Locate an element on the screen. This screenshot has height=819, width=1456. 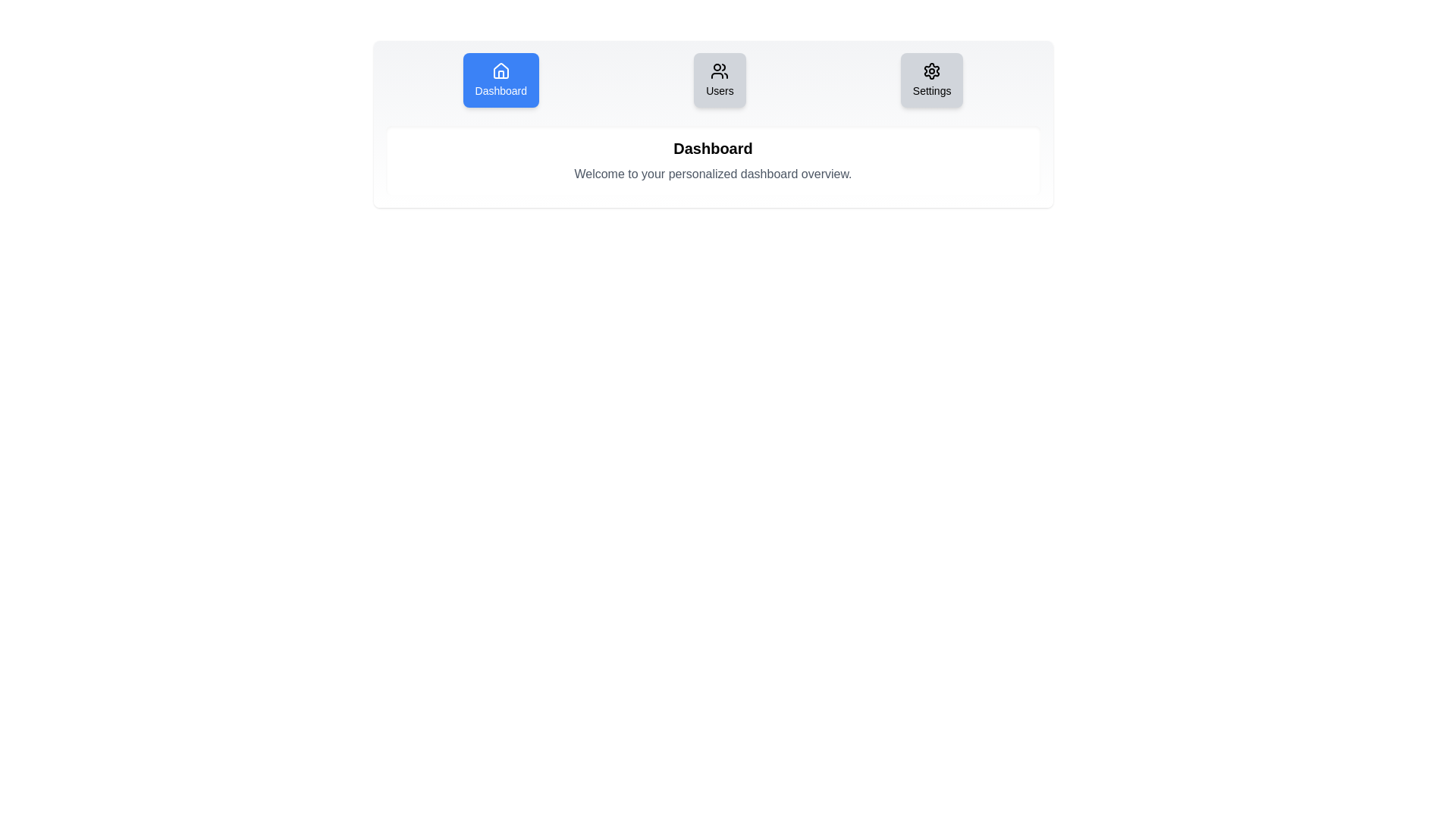
the Users tab by clicking on it is located at coordinates (719, 80).